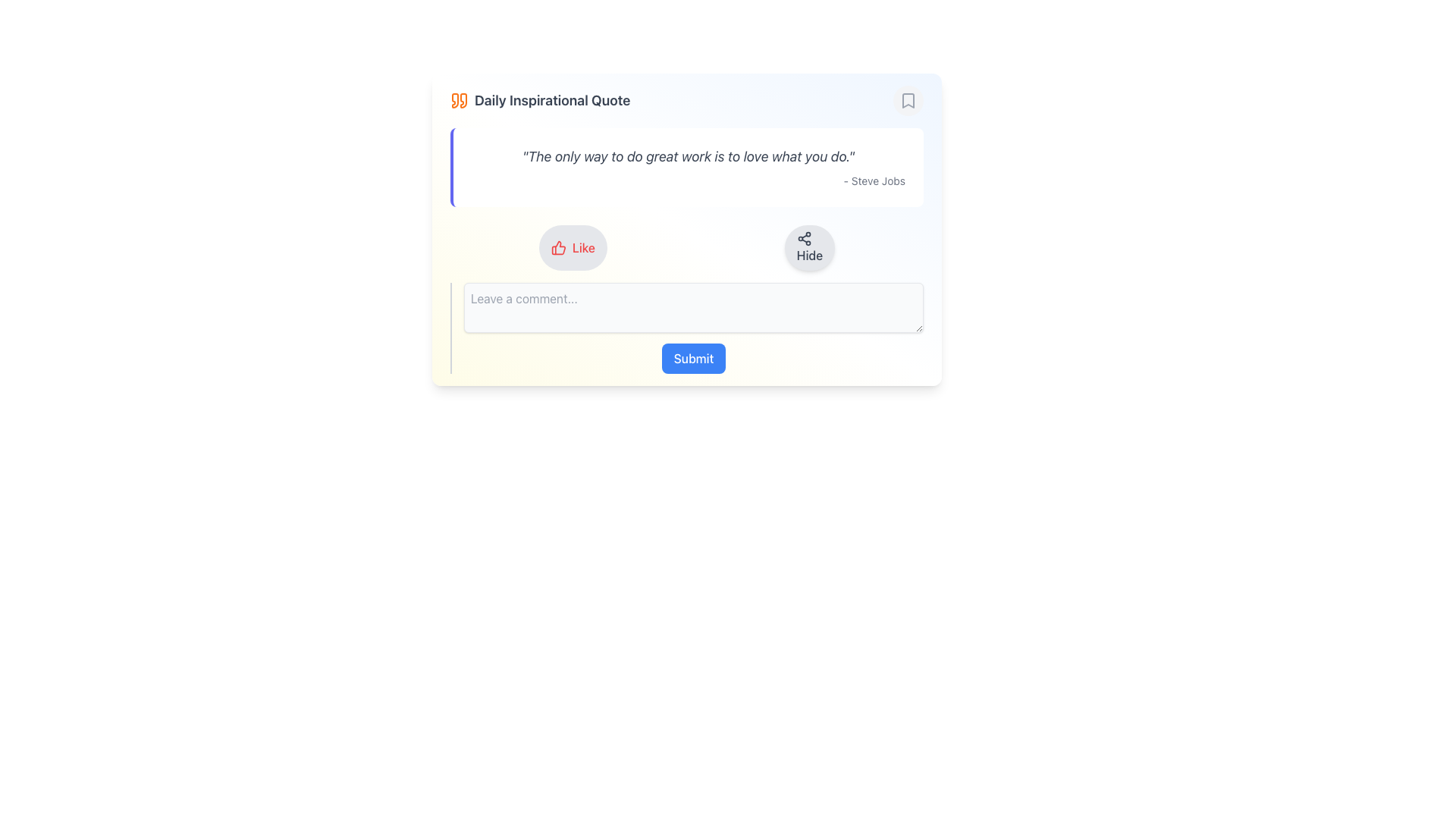  What do you see at coordinates (908, 100) in the screenshot?
I see `the circular button with a light gray background and a bookmark icon` at bounding box center [908, 100].